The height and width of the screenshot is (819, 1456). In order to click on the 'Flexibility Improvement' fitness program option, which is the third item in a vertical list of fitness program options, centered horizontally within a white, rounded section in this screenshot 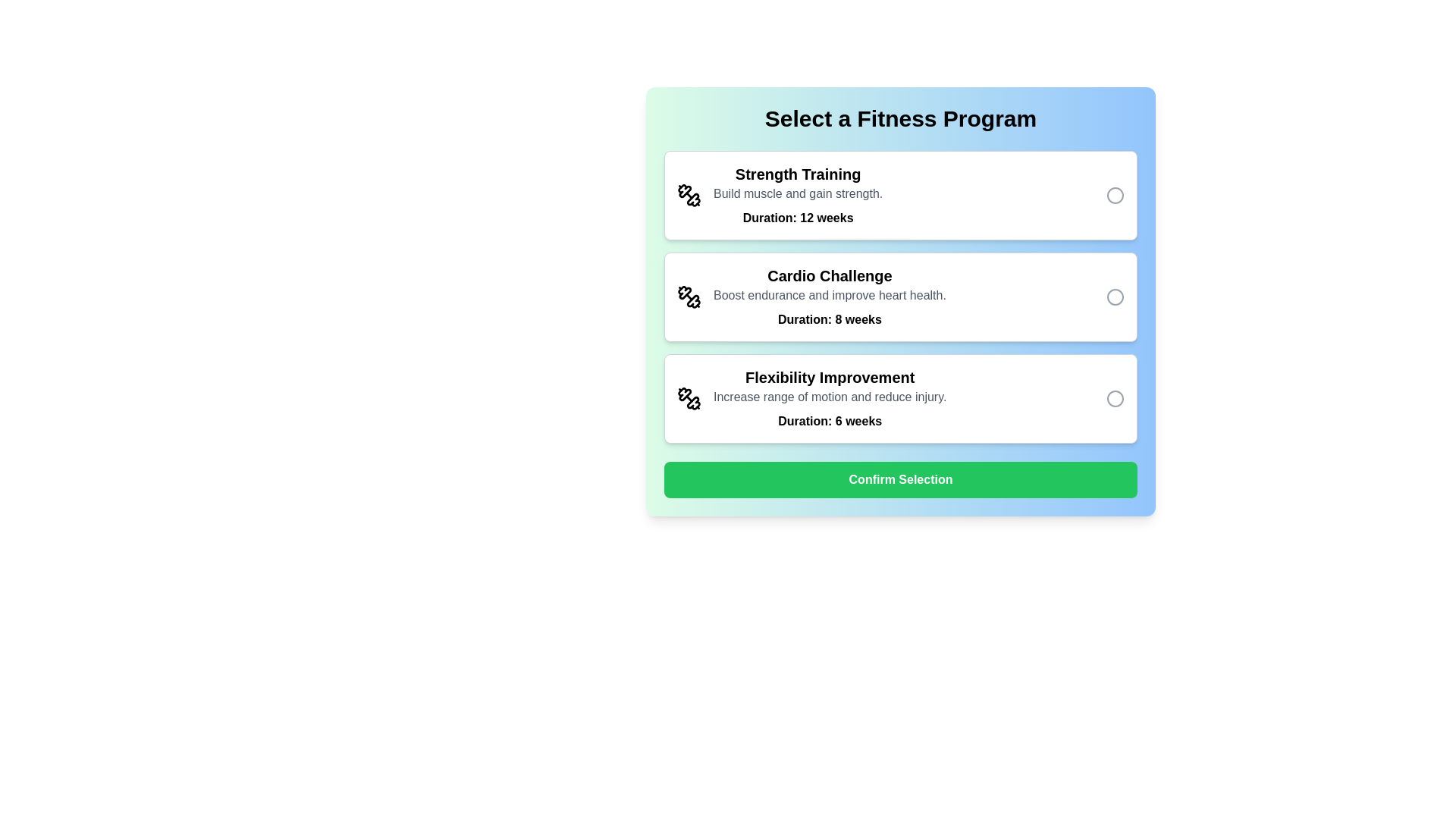, I will do `click(829, 397)`.